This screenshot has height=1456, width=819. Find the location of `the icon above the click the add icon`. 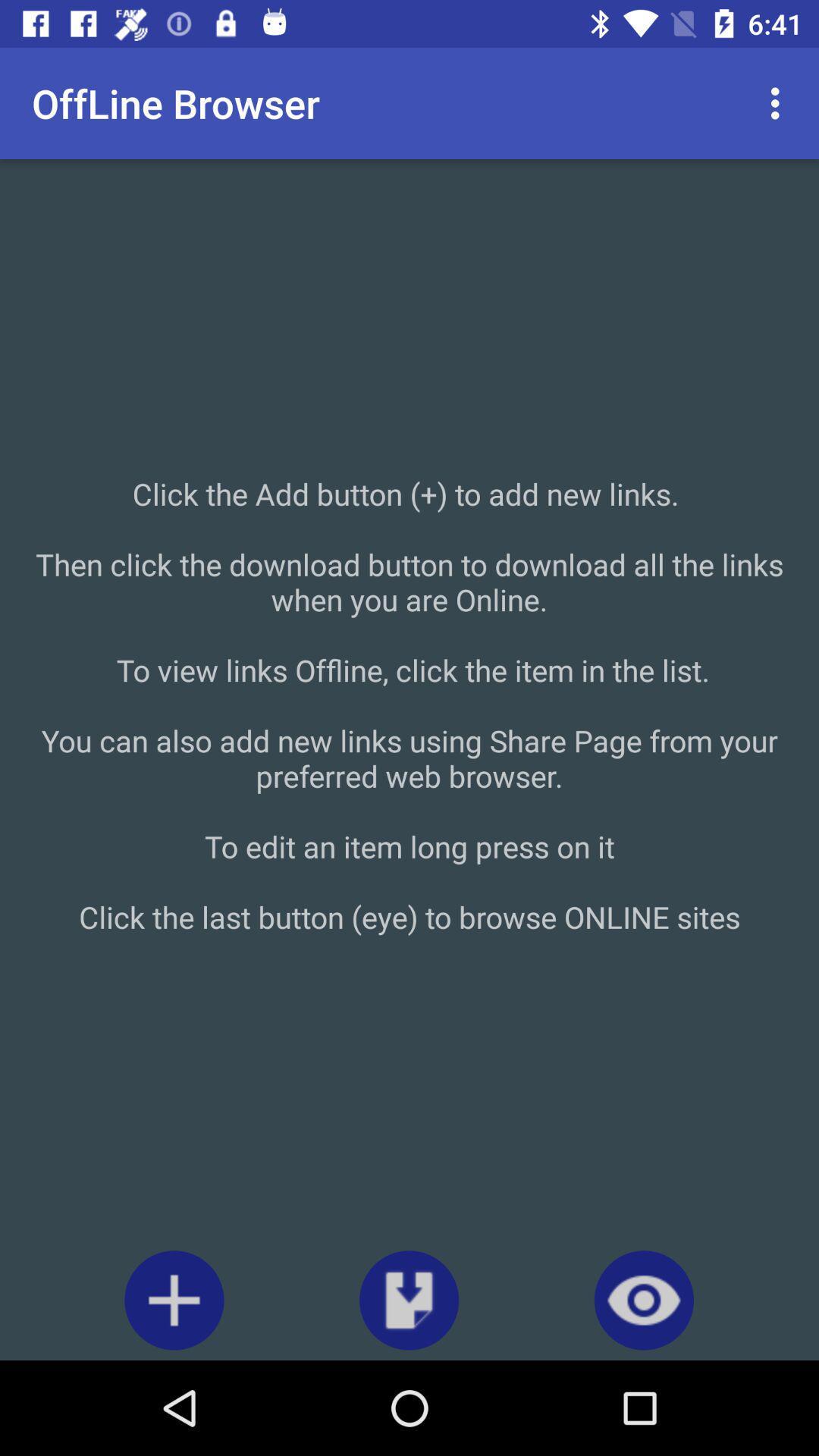

the icon above the click the add icon is located at coordinates (779, 102).